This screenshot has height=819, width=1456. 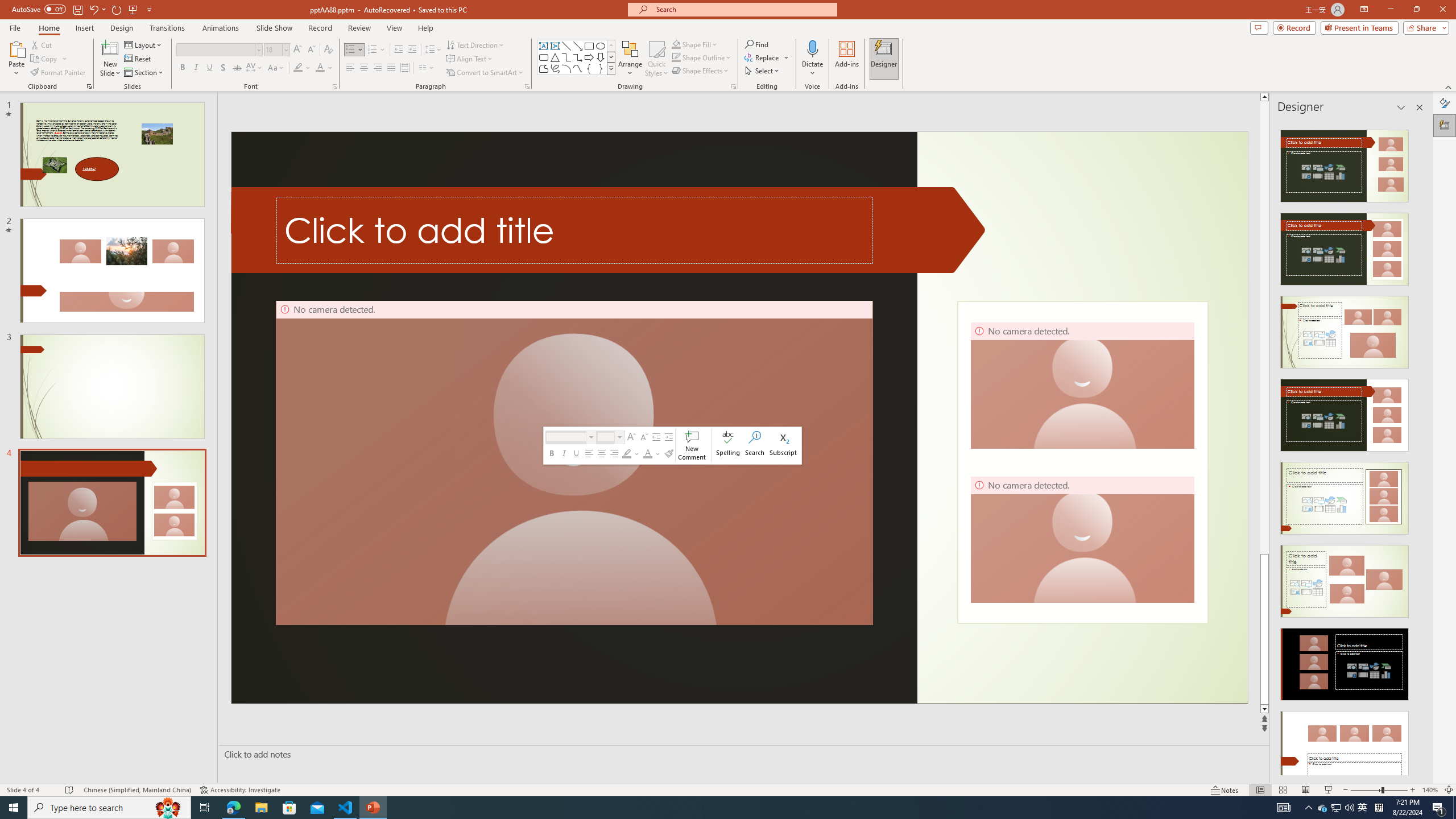 I want to click on 'Zoom 140%', so click(x=1430, y=790).